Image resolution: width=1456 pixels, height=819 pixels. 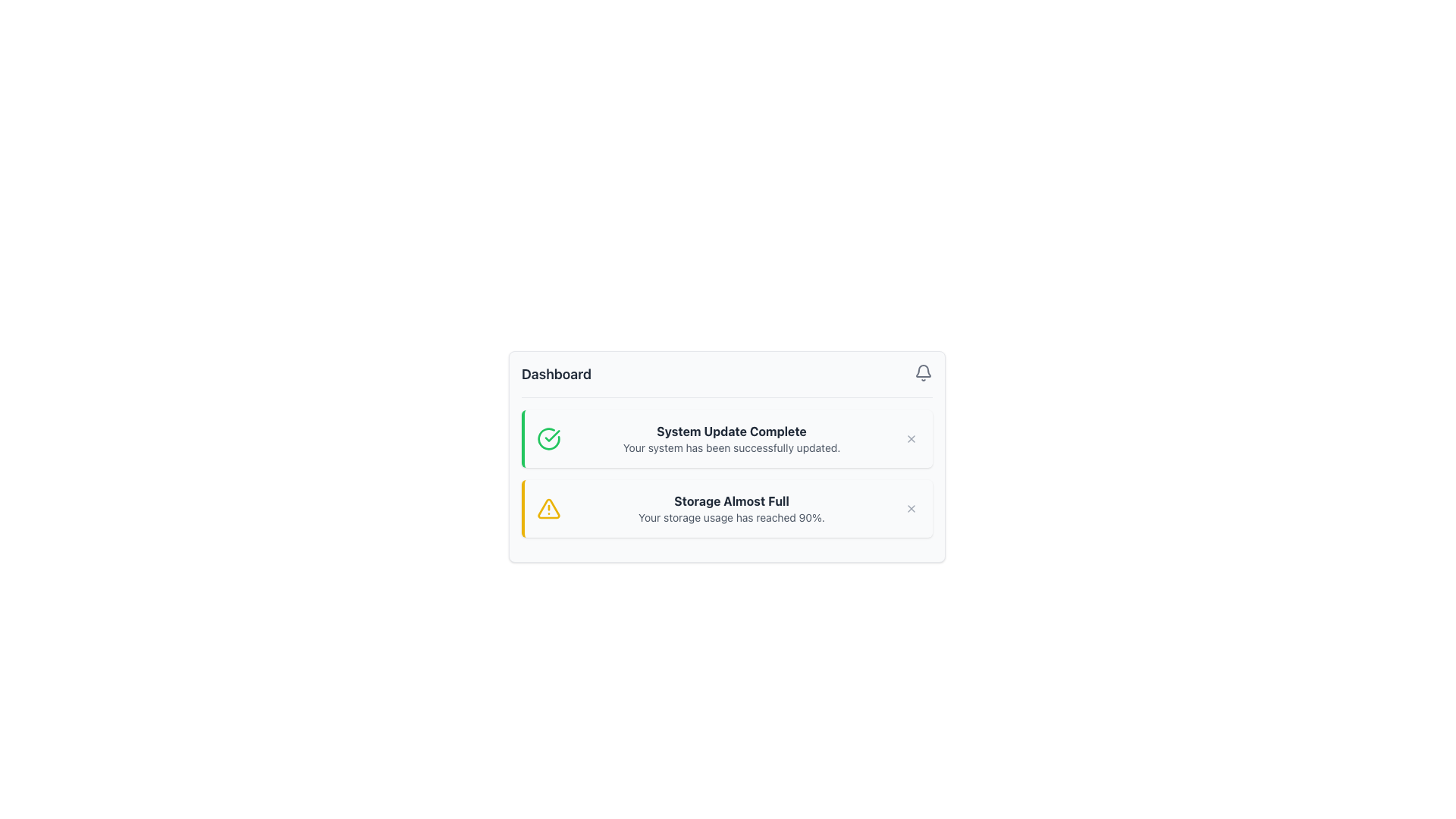 What do you see at coordinates (551, 435) in the screenshot?
I see `the green checkmark icon, which indicates success or completion, located in the left part of the notification card on the dashboard interface` at bounding box center [551, 435].